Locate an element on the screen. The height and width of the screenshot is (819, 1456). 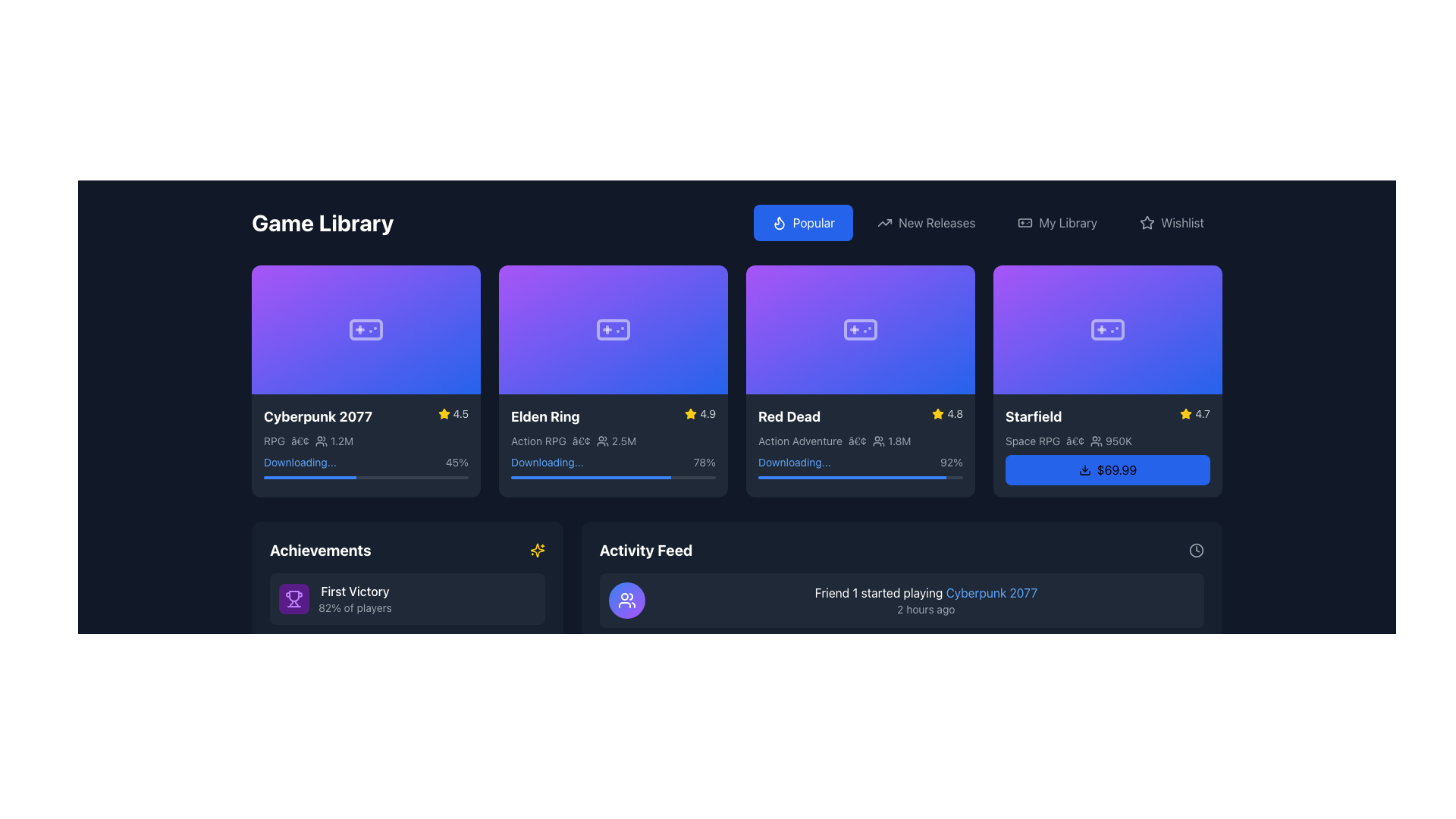
the download progress is located at coordinates (861, 476).